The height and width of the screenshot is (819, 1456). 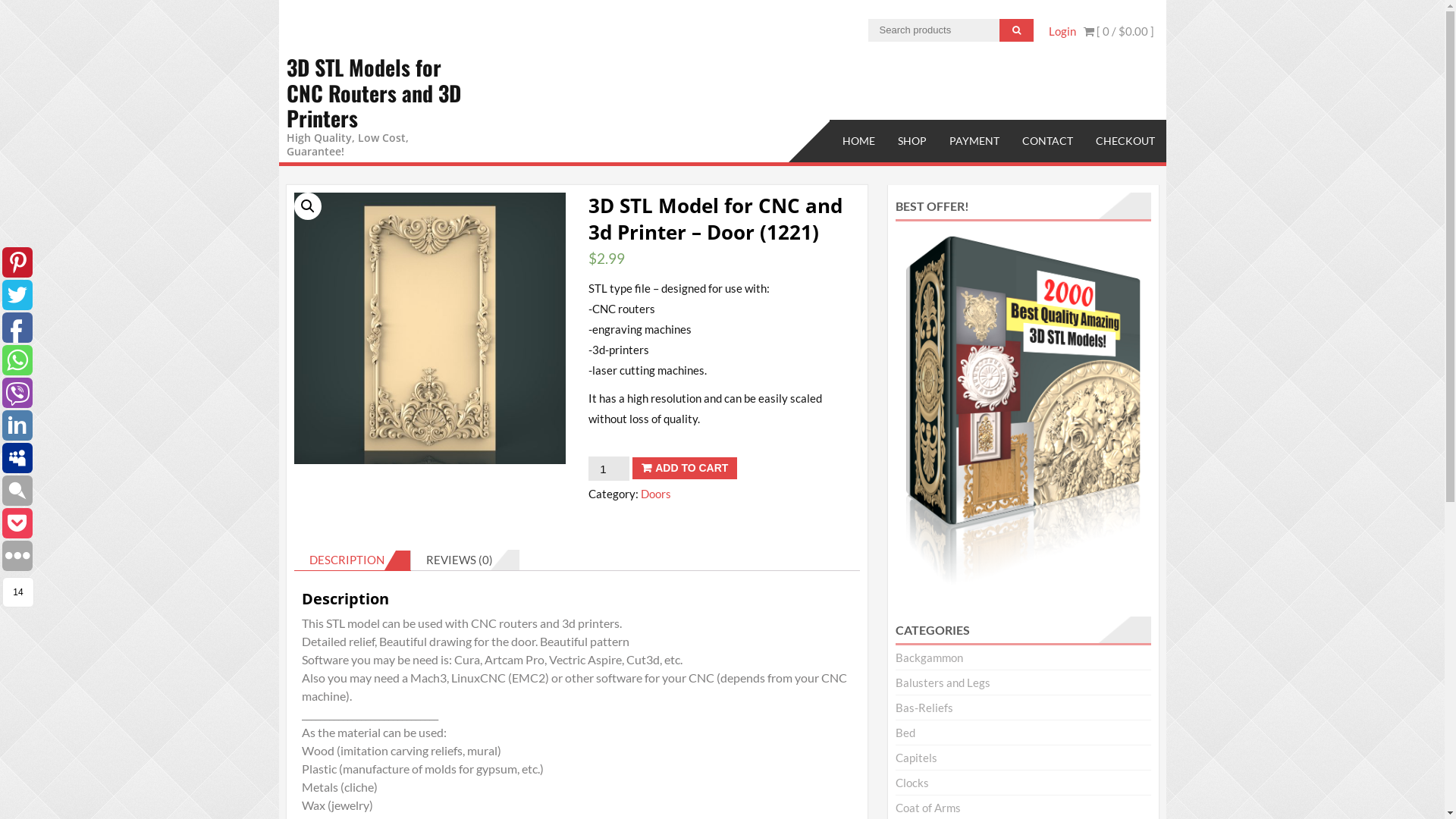 What do you see at coordinates (2, 425) in the screenshot?
I see `'Share LinkedIn'` at bounding box center [2, 425].